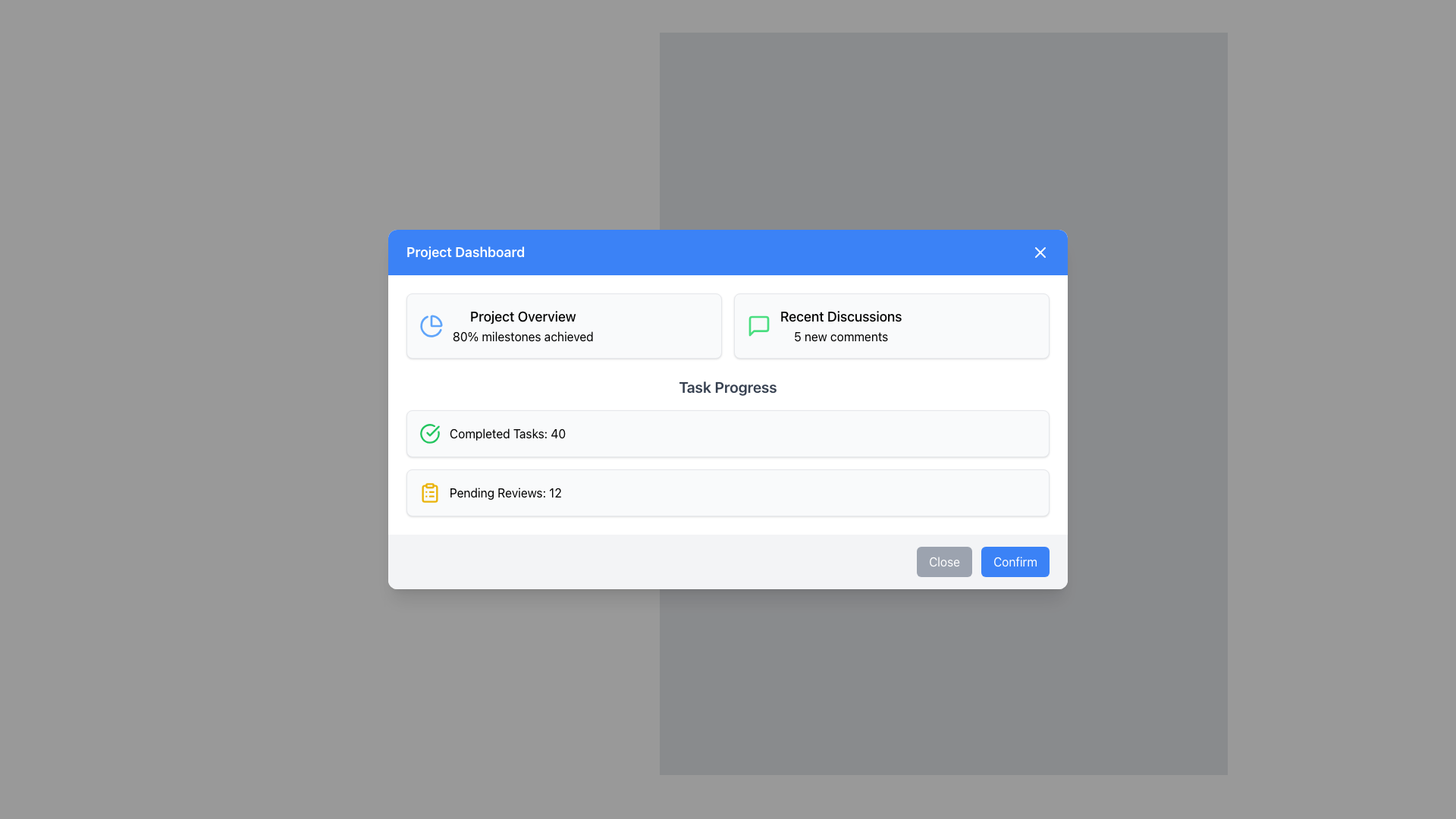 This screenshot has height=819, width=1456. Describe the element at coordinates (522, 325) in the screenshot. I see `text content displayed in the upper-left card of the 'Project Dashboard' section, which shows 'Project Overview' and '80% milestones achieved'` at that location.